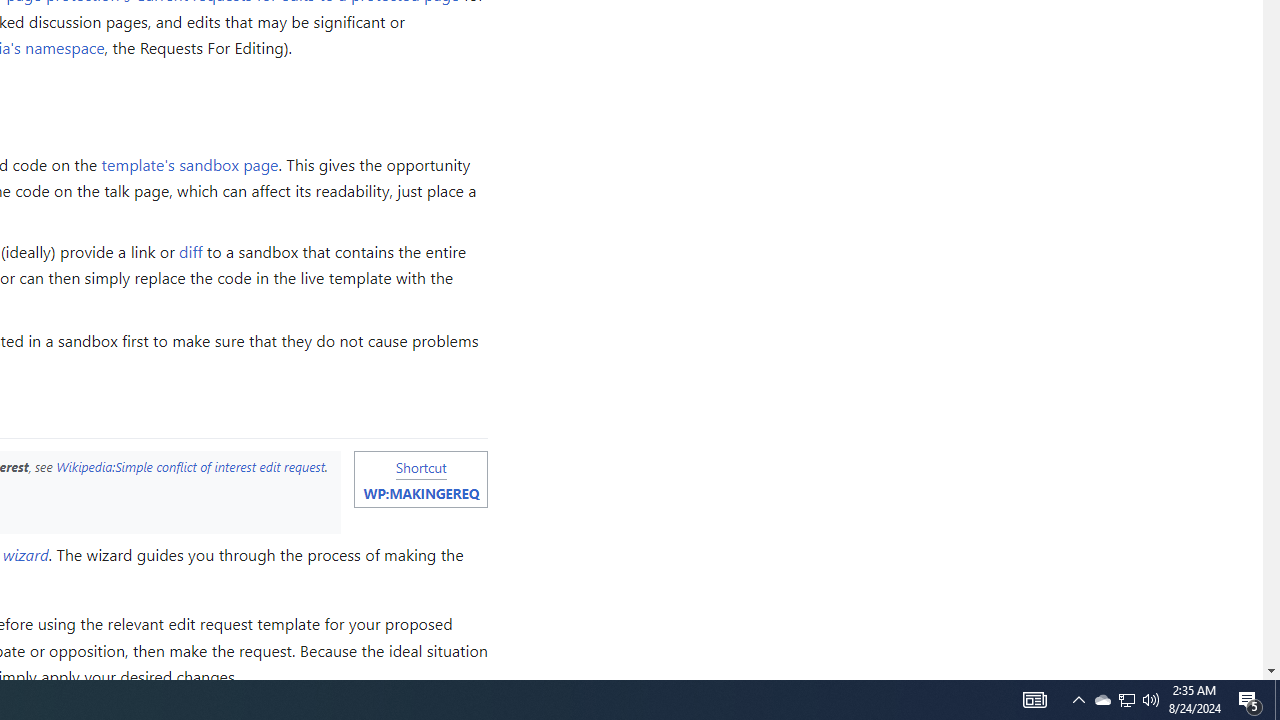  What do you see at coordinates (191, 250) in the screenshot?
I see `'diff'` at bounding box center [191, 250].